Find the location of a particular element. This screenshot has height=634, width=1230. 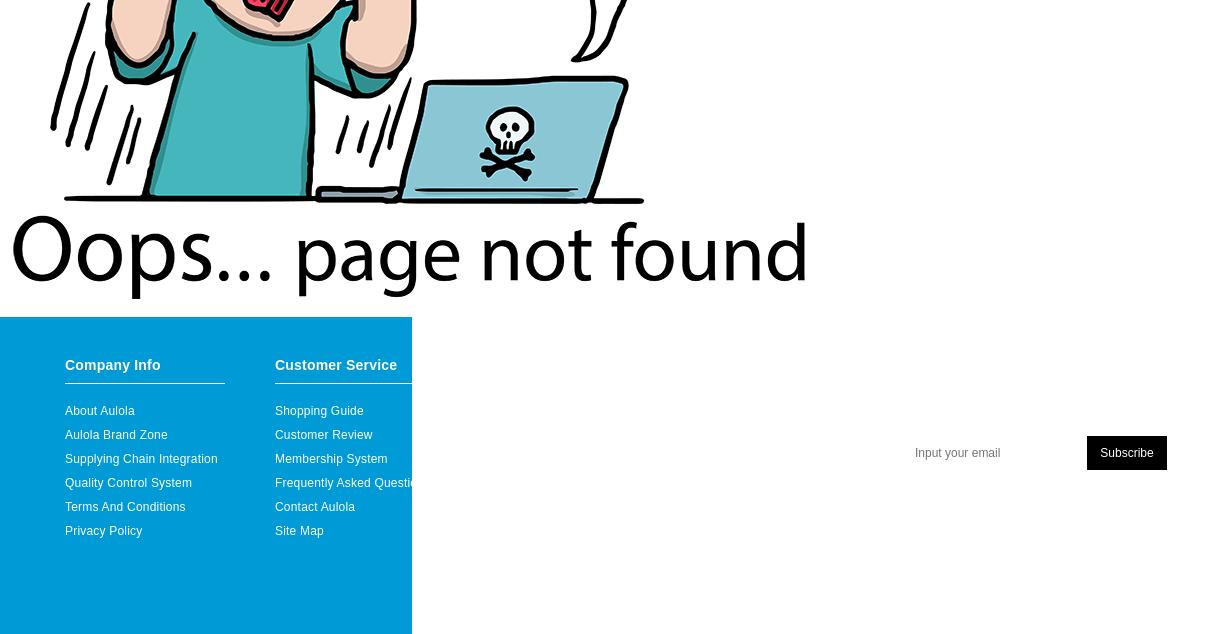

'Site Map' is located at coordinates (299, 530).